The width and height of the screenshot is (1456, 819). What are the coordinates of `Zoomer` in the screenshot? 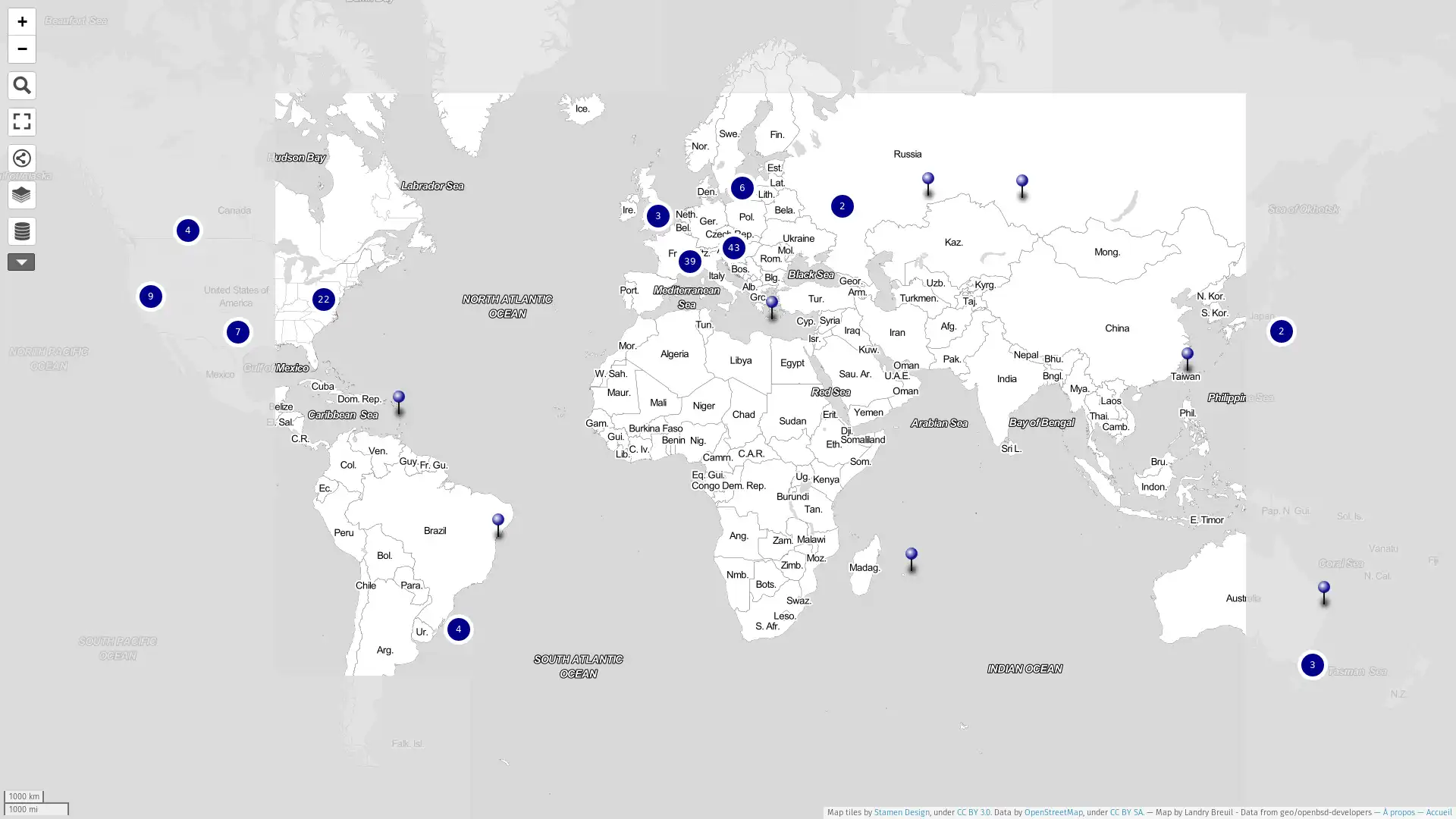 It's located at (21, 22).